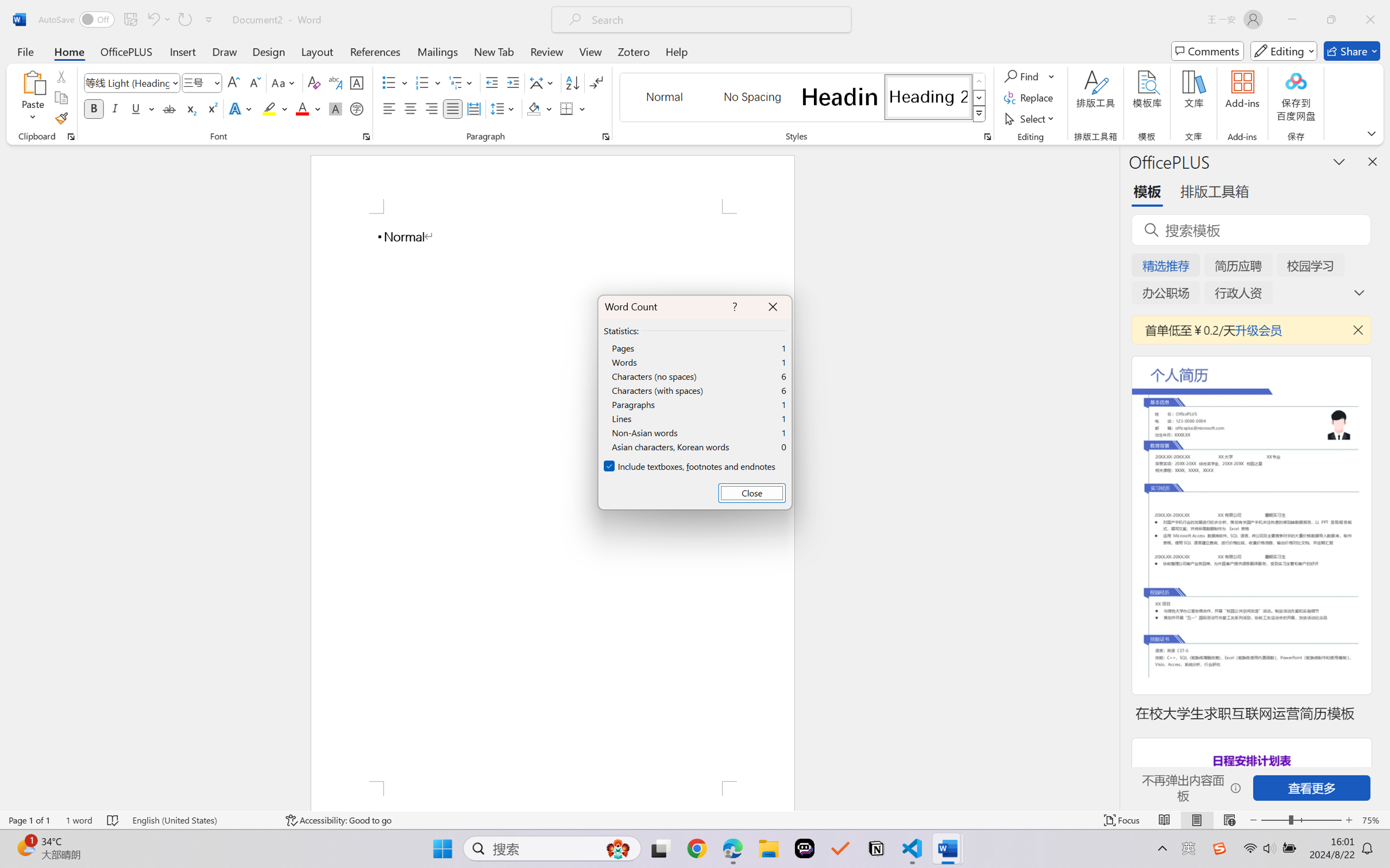  Describe the element at coordinates (1196, 820) in the screenshot. I see `'Print Layout'` at that location.